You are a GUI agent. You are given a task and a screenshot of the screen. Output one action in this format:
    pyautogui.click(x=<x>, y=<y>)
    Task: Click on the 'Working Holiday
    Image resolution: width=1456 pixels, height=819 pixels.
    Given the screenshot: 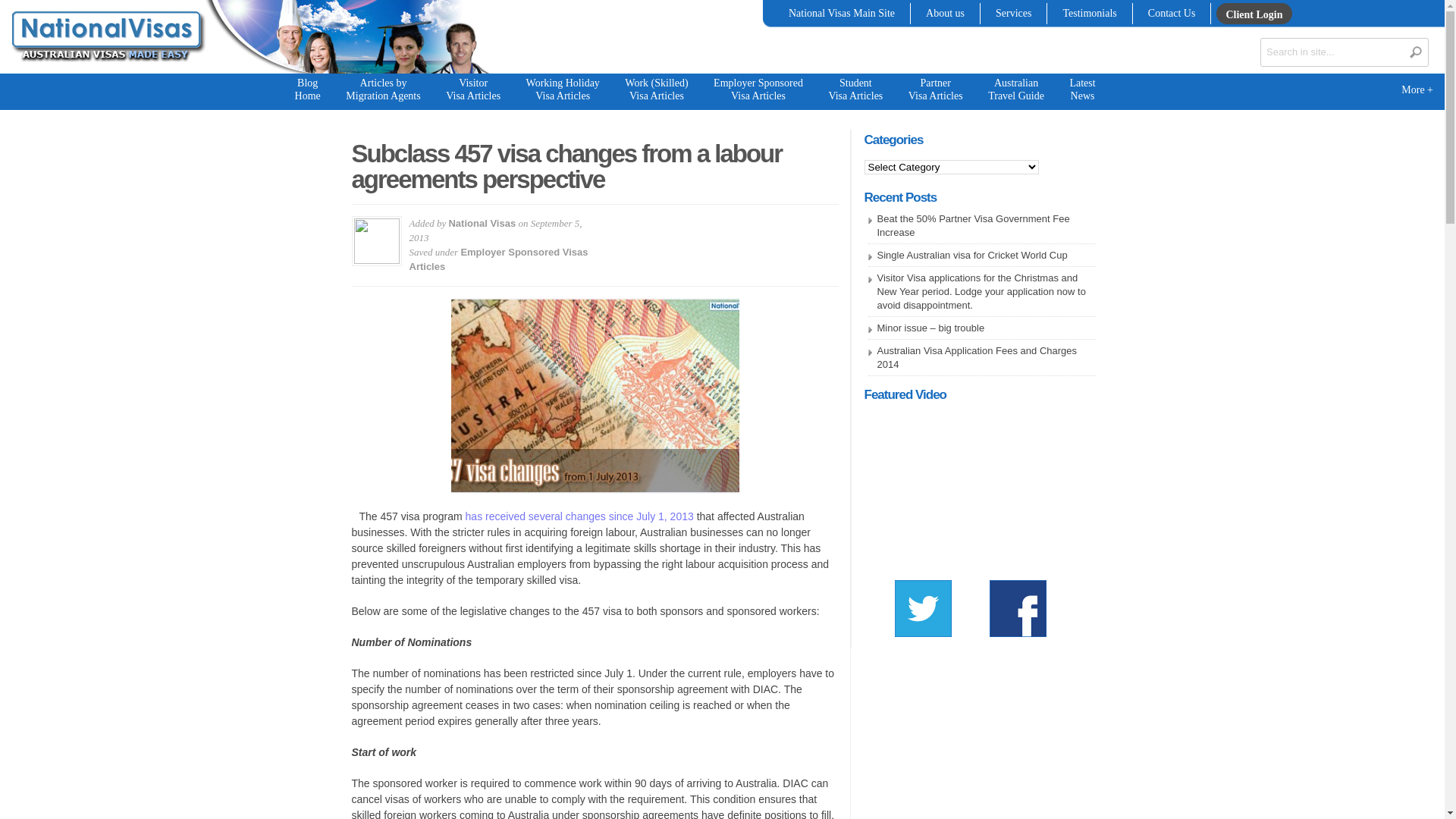 What is the action you would take?
    pyautogui.click(x=562, y=90)
    